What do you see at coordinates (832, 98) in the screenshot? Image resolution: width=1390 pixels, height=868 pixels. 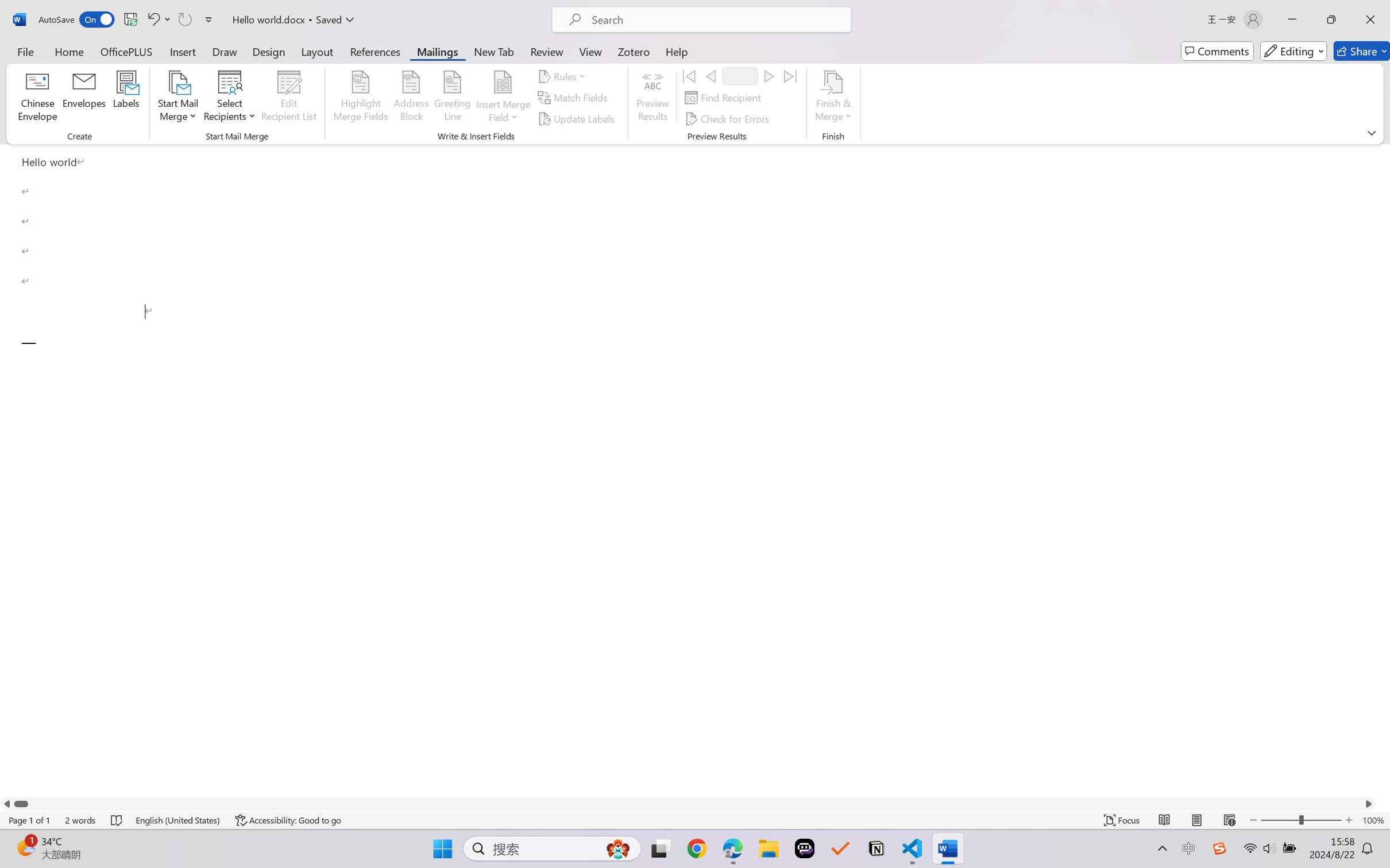 I see `'Finish & Merge'` at bounding box center [832, 98].